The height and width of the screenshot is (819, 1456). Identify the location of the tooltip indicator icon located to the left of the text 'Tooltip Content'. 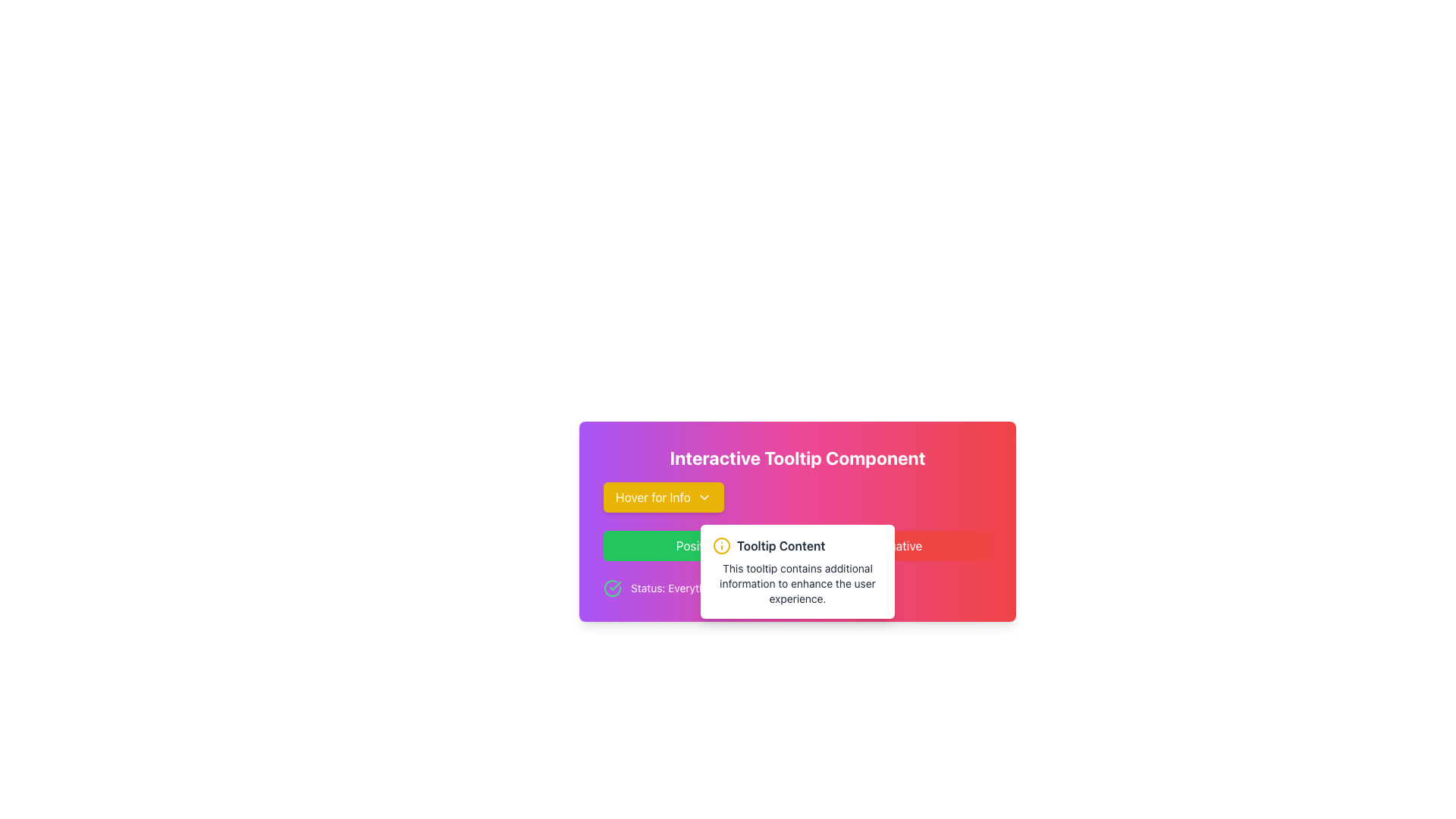
(720, 546).